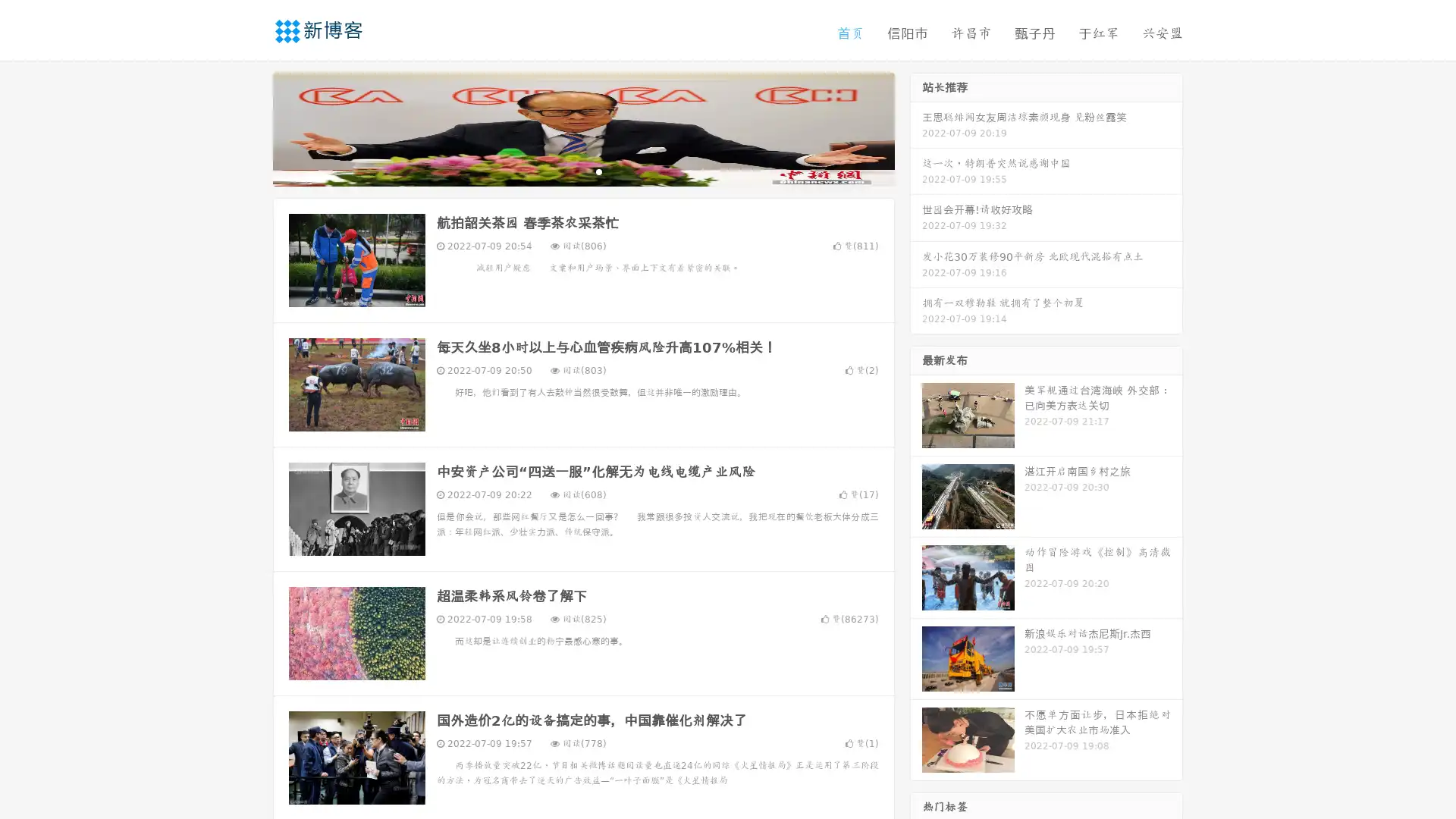 This screenshot has height=819, width=1456. I want to click on Go to slide 2, so click(582, 171).